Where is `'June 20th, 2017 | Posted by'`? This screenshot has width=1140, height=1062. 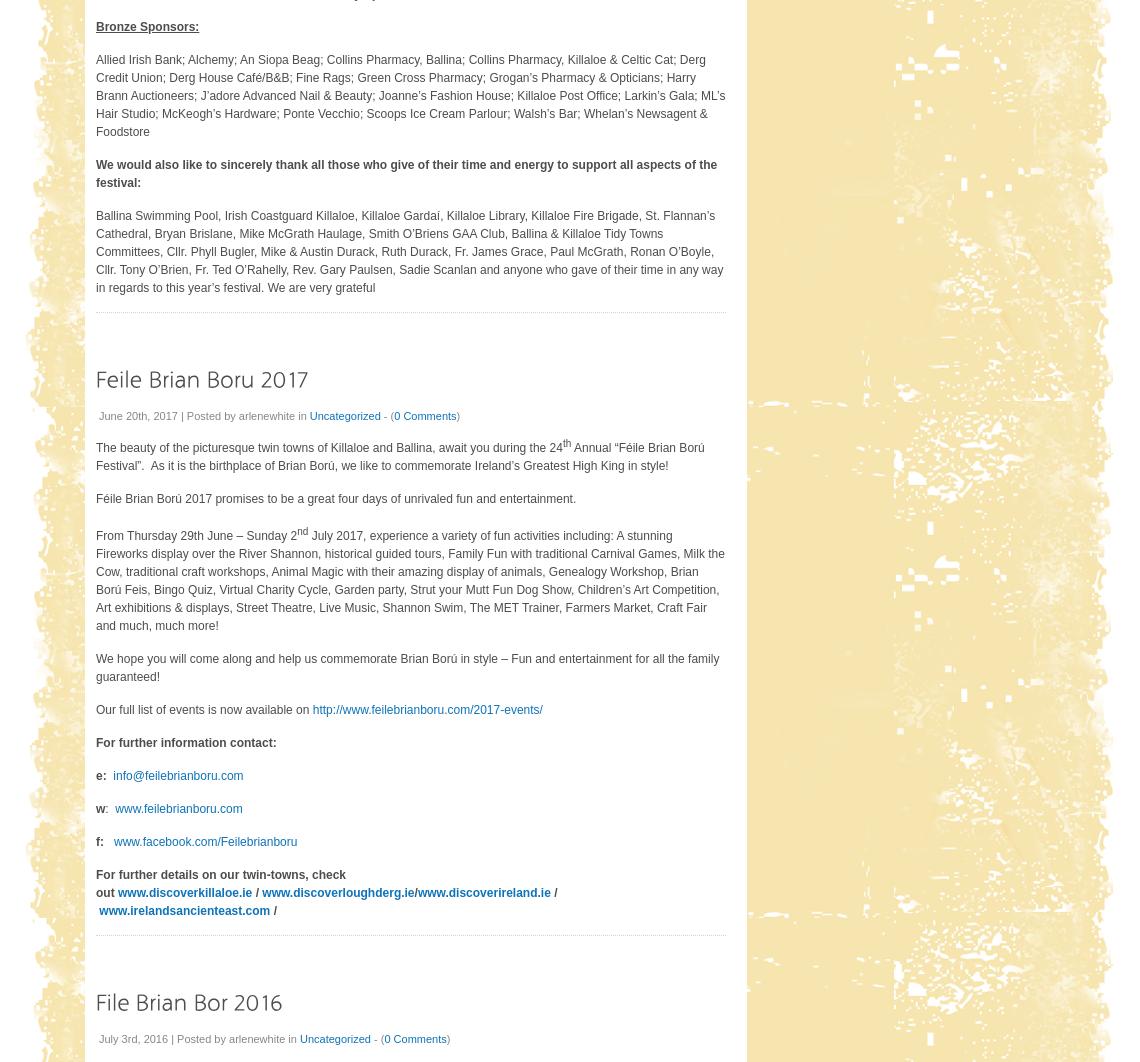 'June 20th, 2017 | Posted by' is located at coordinates (168, 414).